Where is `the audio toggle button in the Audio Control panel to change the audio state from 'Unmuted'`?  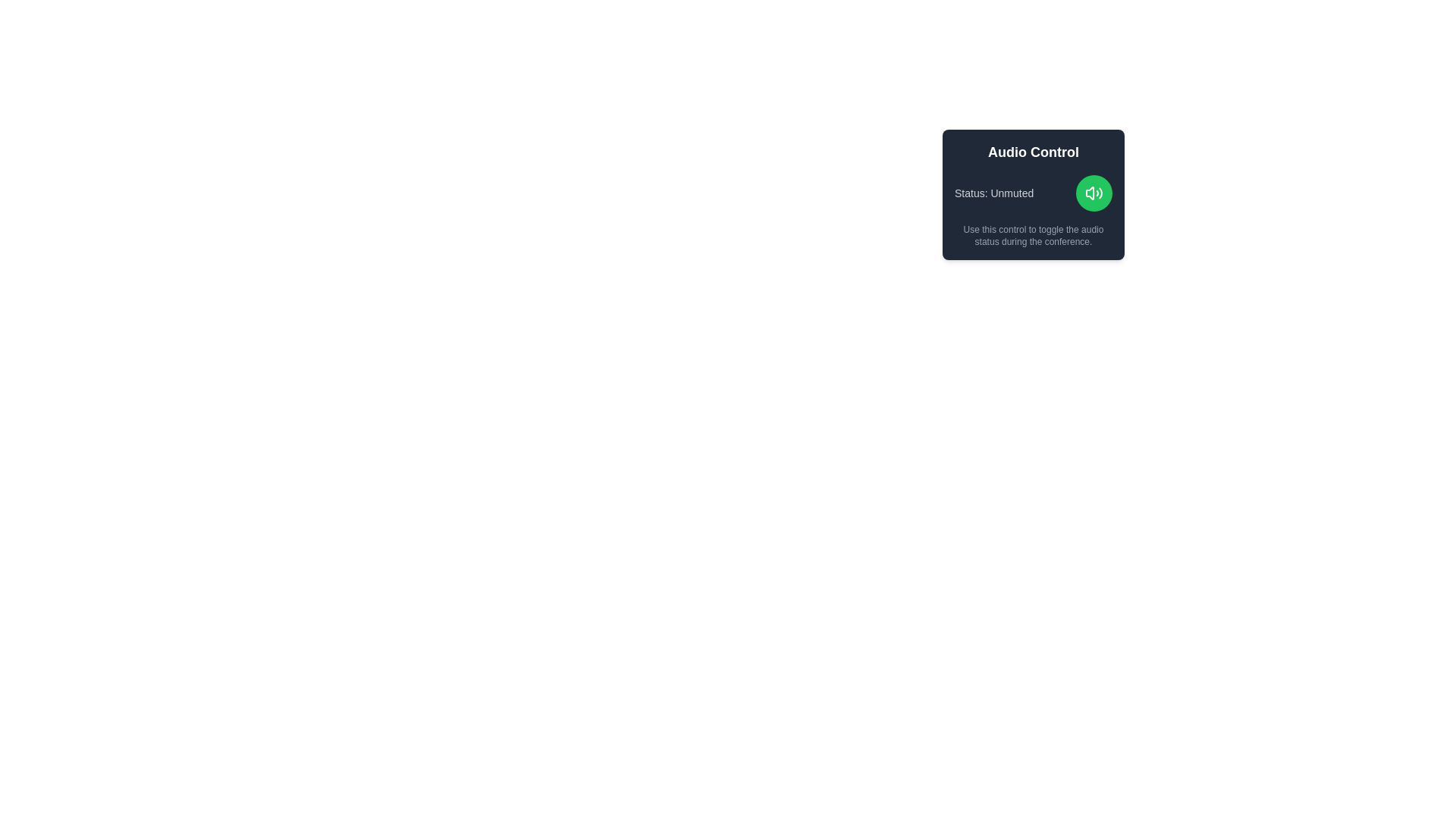 the audio toggle button in the Audio Control panel to change the audio state from 'Unmuted' is located at coordinates (1033, 192).